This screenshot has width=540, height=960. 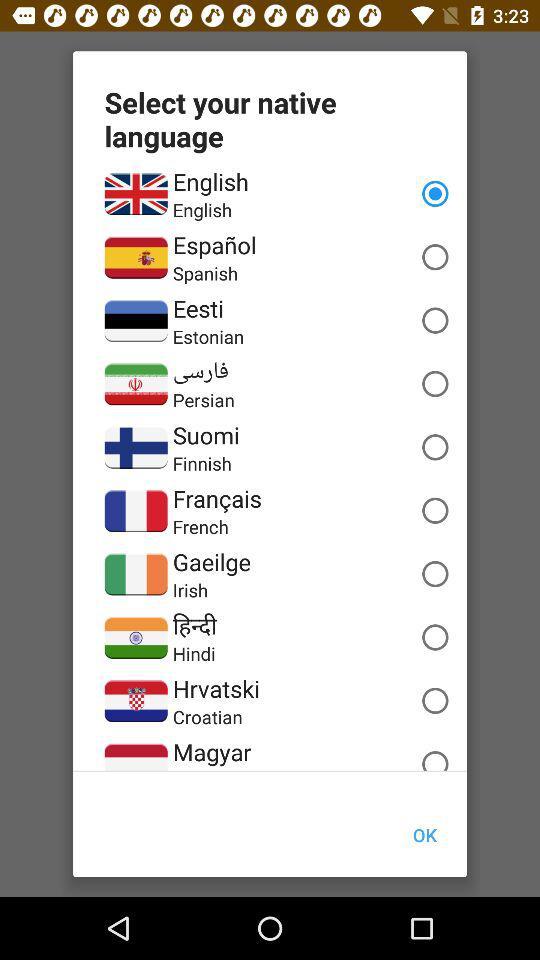 I want to click on the magyar, so click(x=211, y=751).